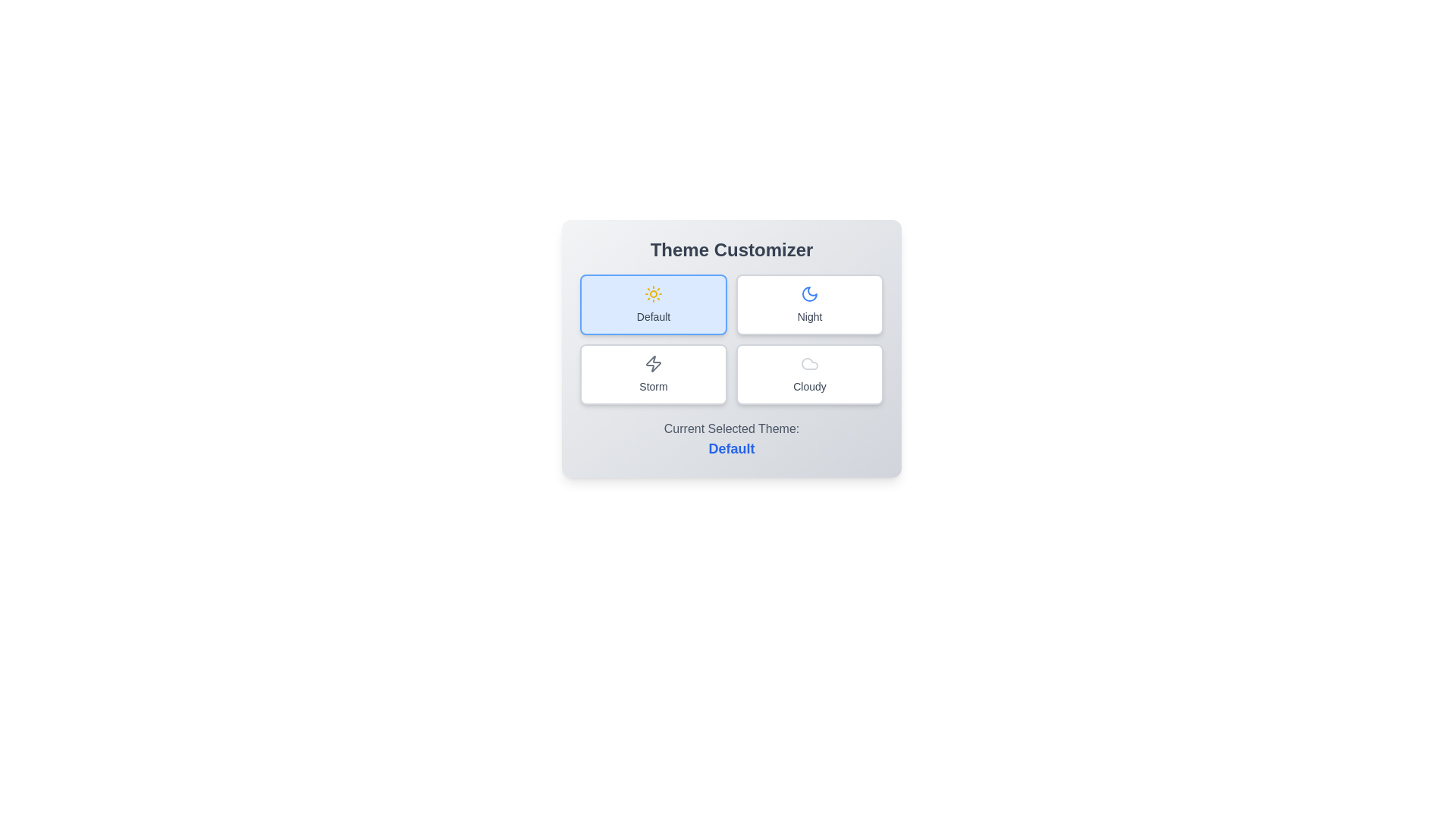 Image resolution: width=1456 pixels, height=819 pixels. What do you see at coordinates (654, 363) in the screenshot?
I see `the icon of the Storm theme button` at bounding box center [654, 363].